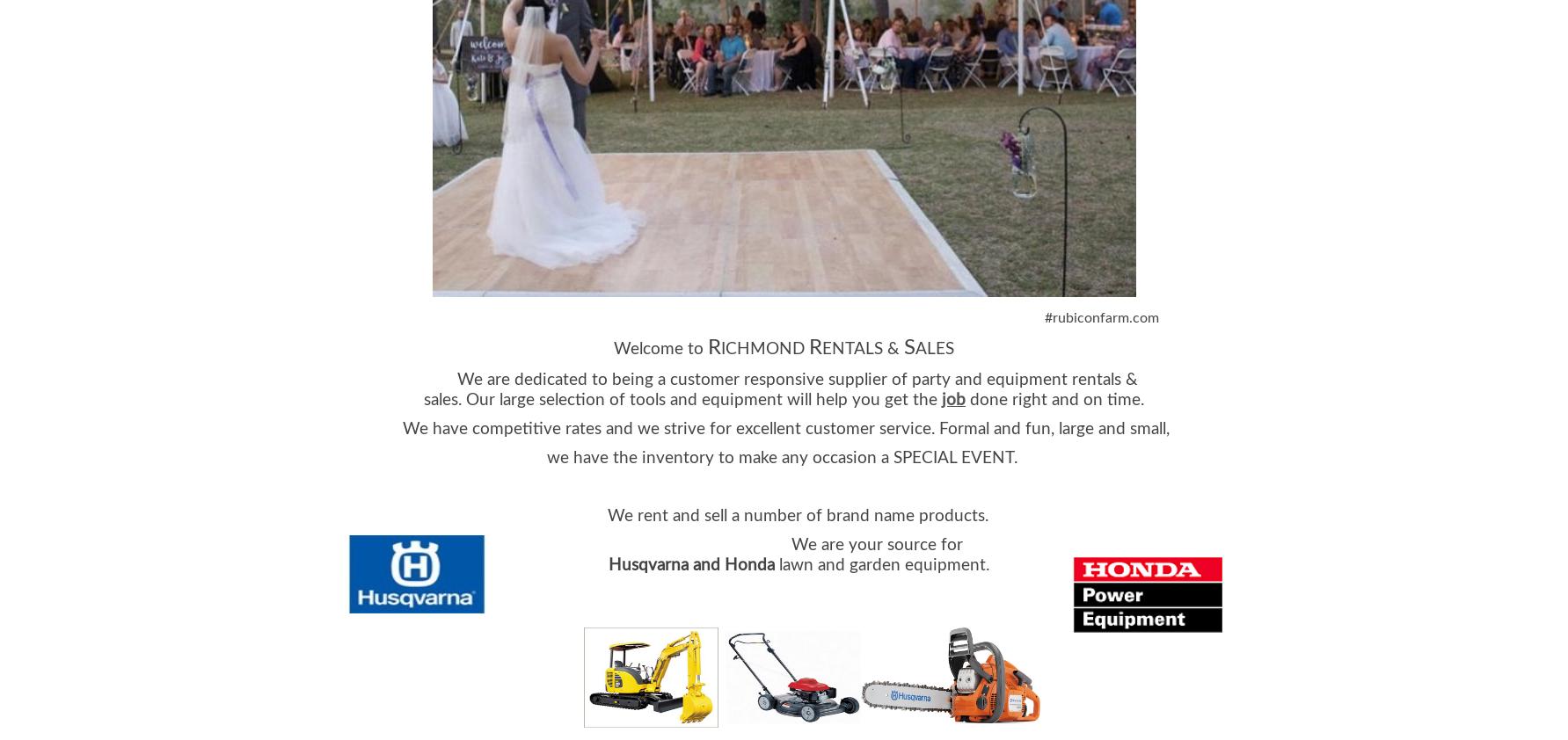 This screenshot has width=1568, height=740. Describe the element at coordinates (403, 427) in the screenshot. I see `'We have competiti'` at that location.